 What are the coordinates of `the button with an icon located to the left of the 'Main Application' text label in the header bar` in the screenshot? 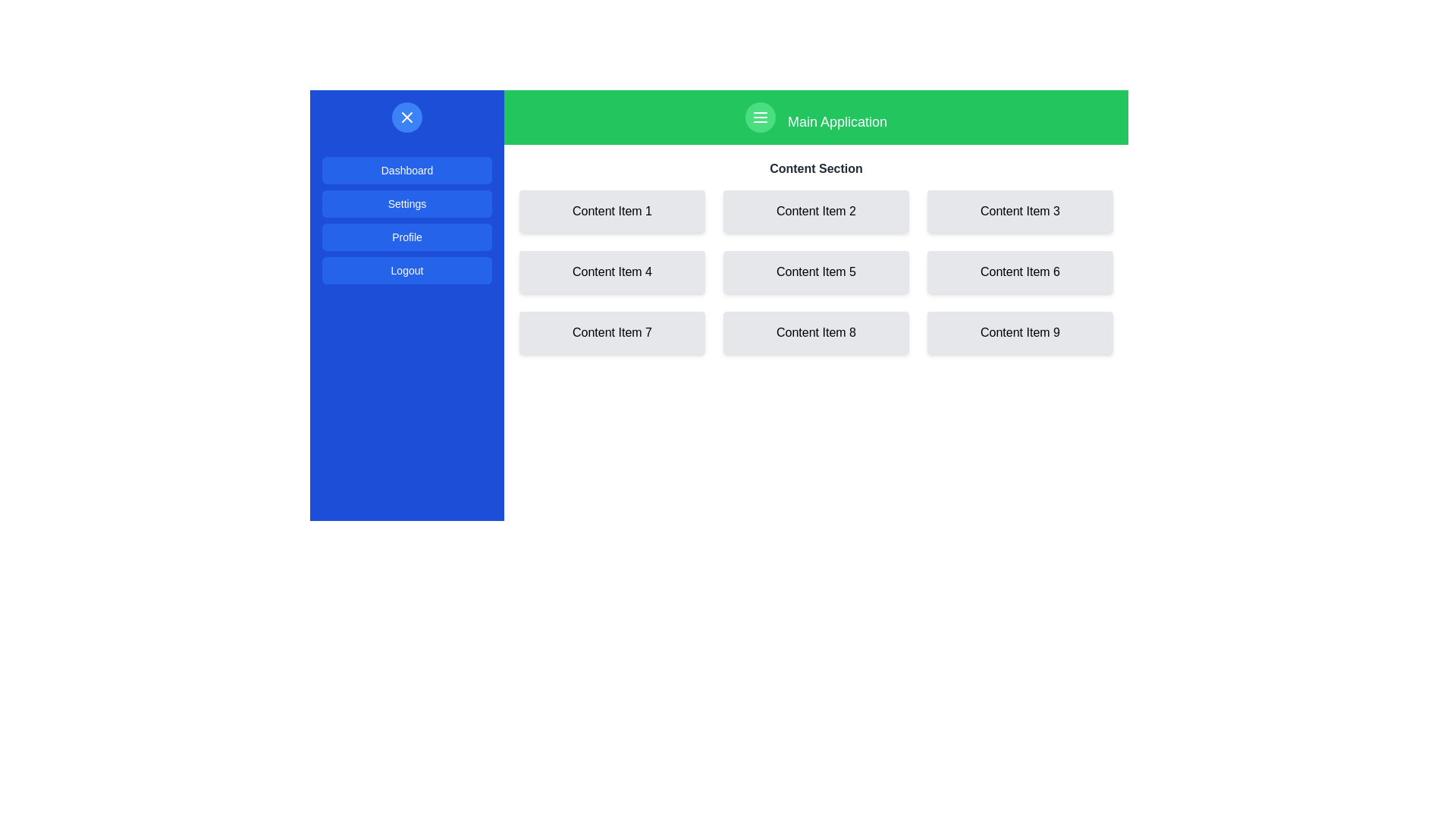 It's located at (761, 116).